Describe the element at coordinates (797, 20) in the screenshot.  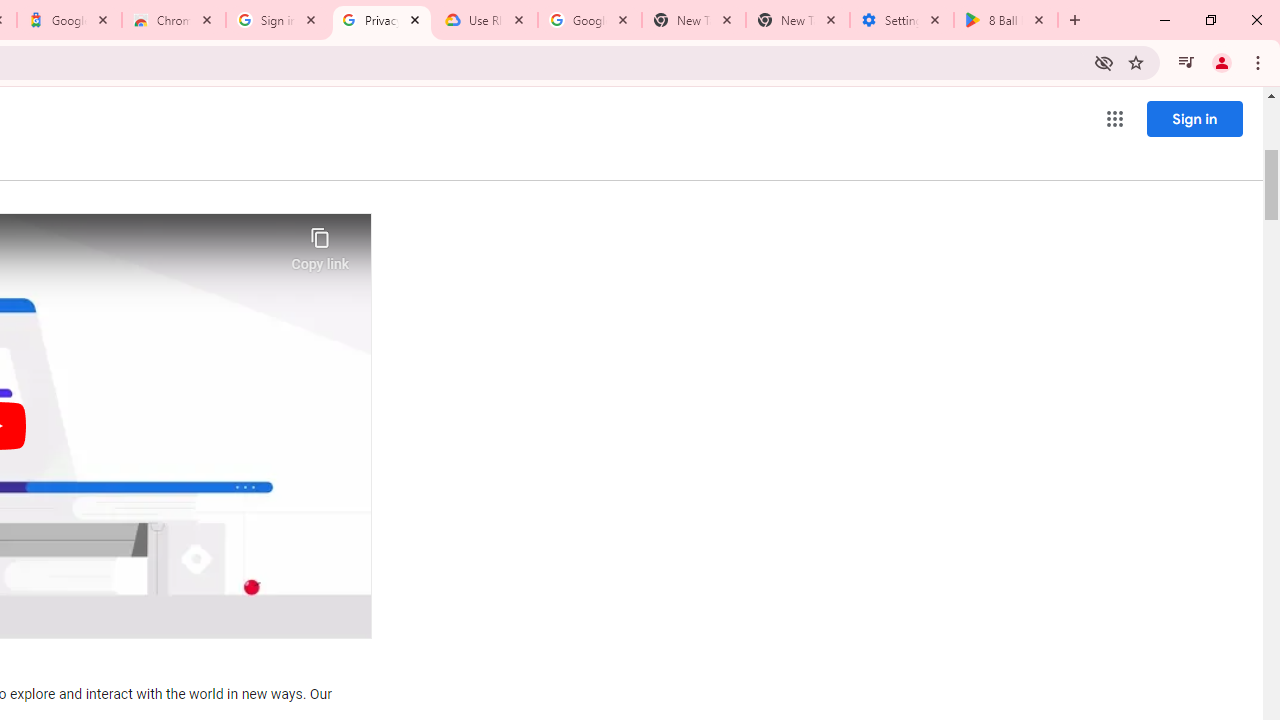
I see `'New Tab'` at that location.